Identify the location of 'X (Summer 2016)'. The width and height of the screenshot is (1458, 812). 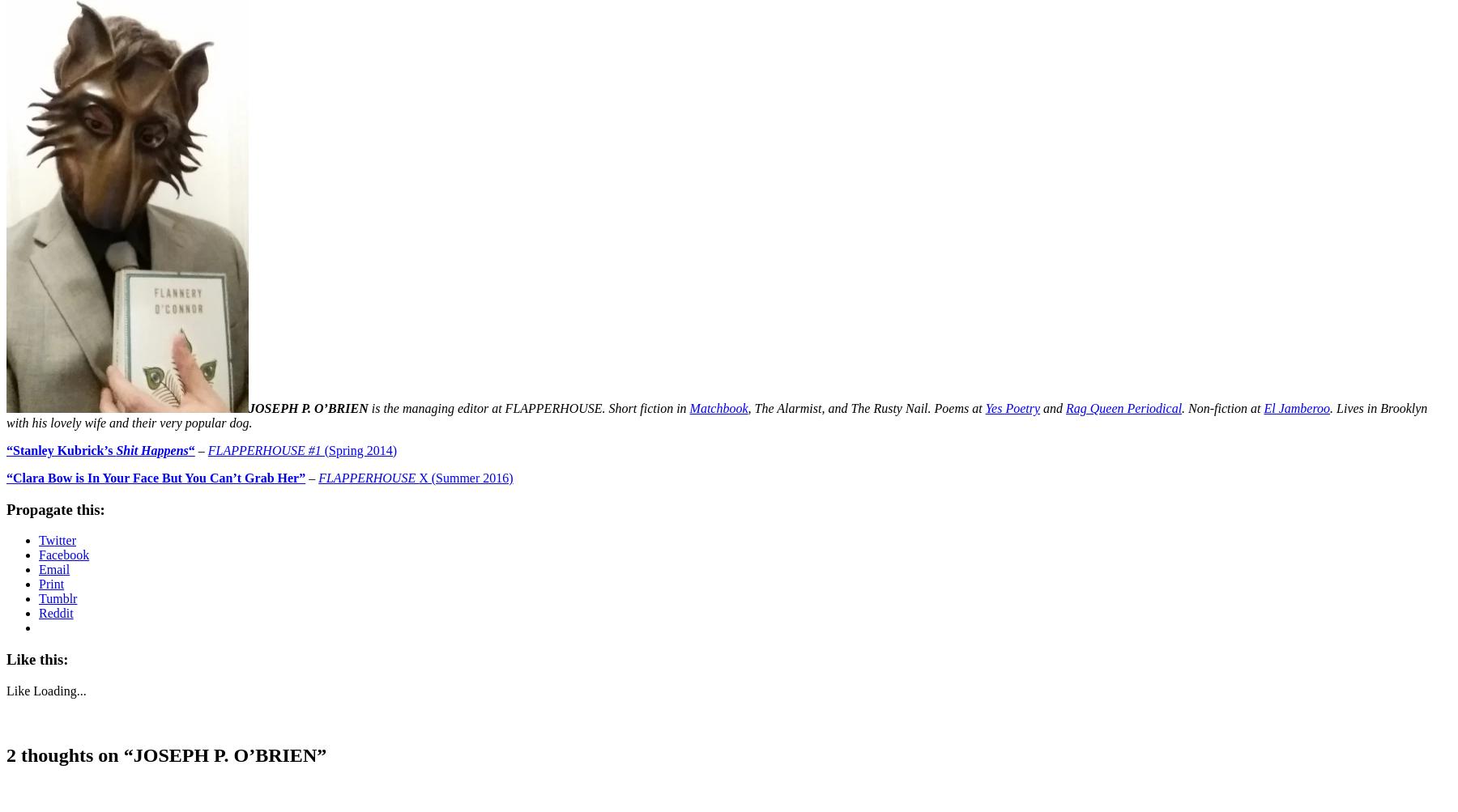
(465, 476).